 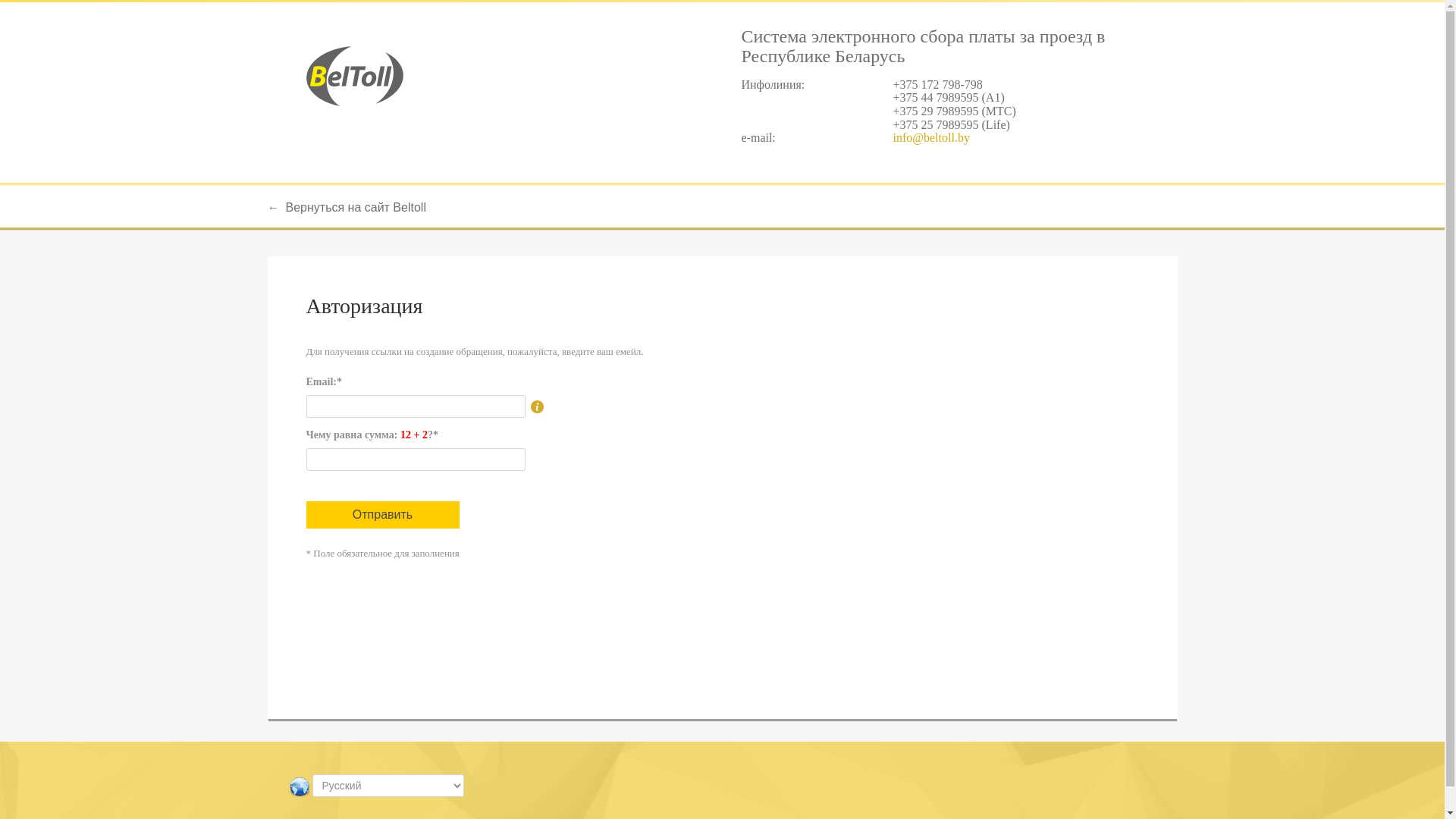 I want to click on 'info@beltoll.by', so click(x=930, y=137).